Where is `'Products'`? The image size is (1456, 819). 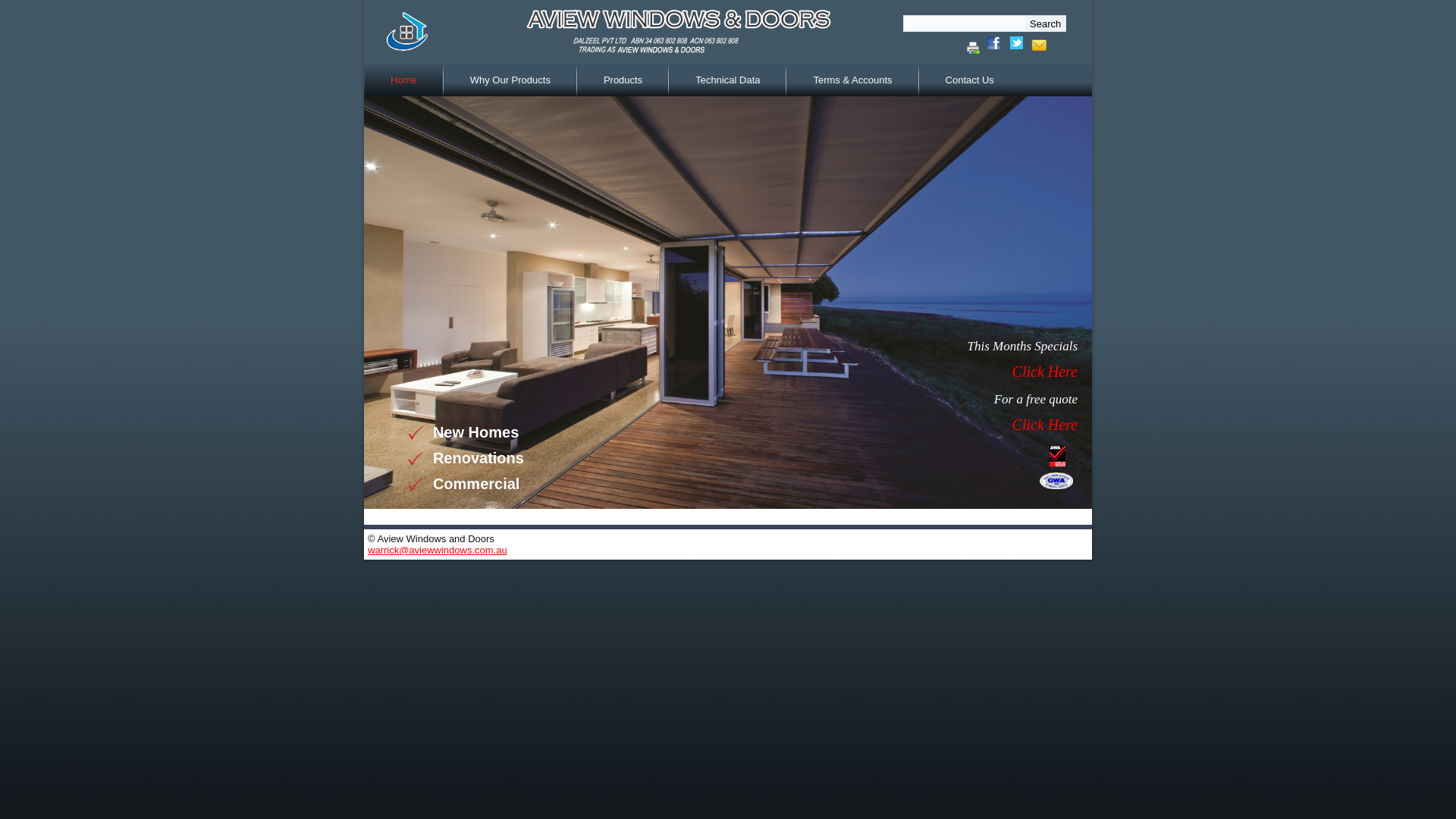
'Products' is located at coordinates (623, 80).